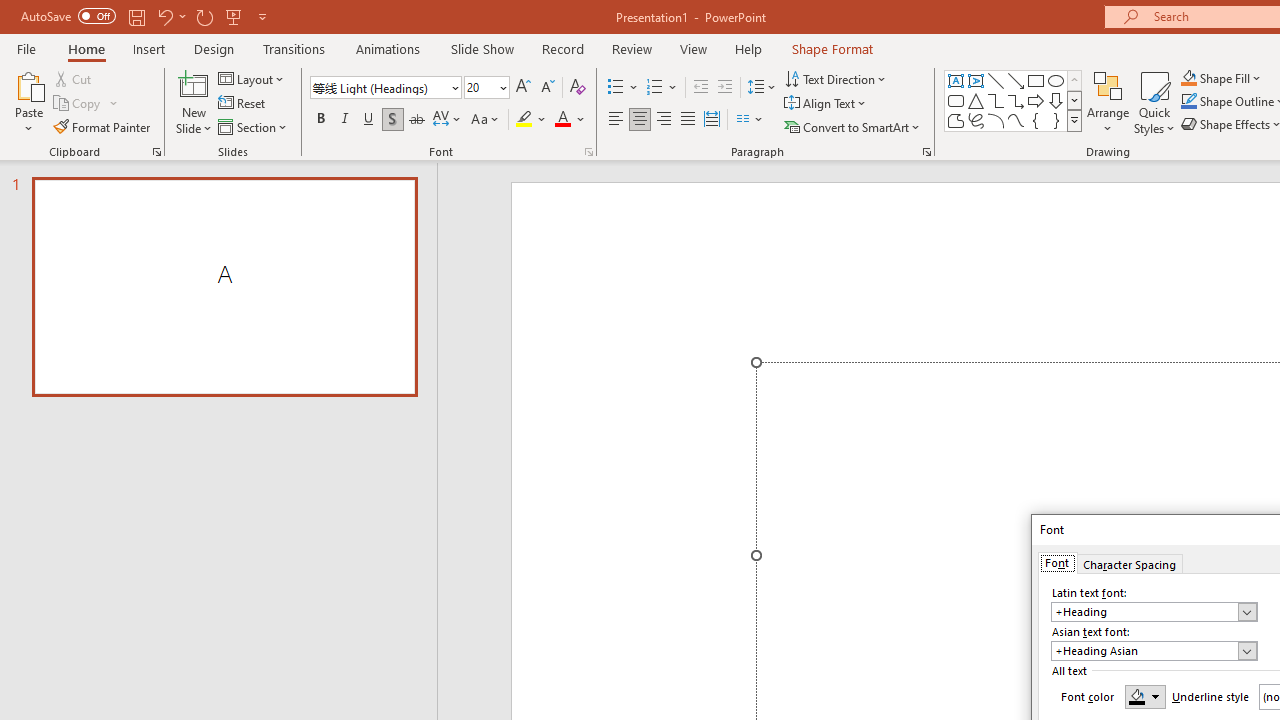 This screenshot has height=720, width=1280. I want to click on 'Numbering', so click(654, 86).